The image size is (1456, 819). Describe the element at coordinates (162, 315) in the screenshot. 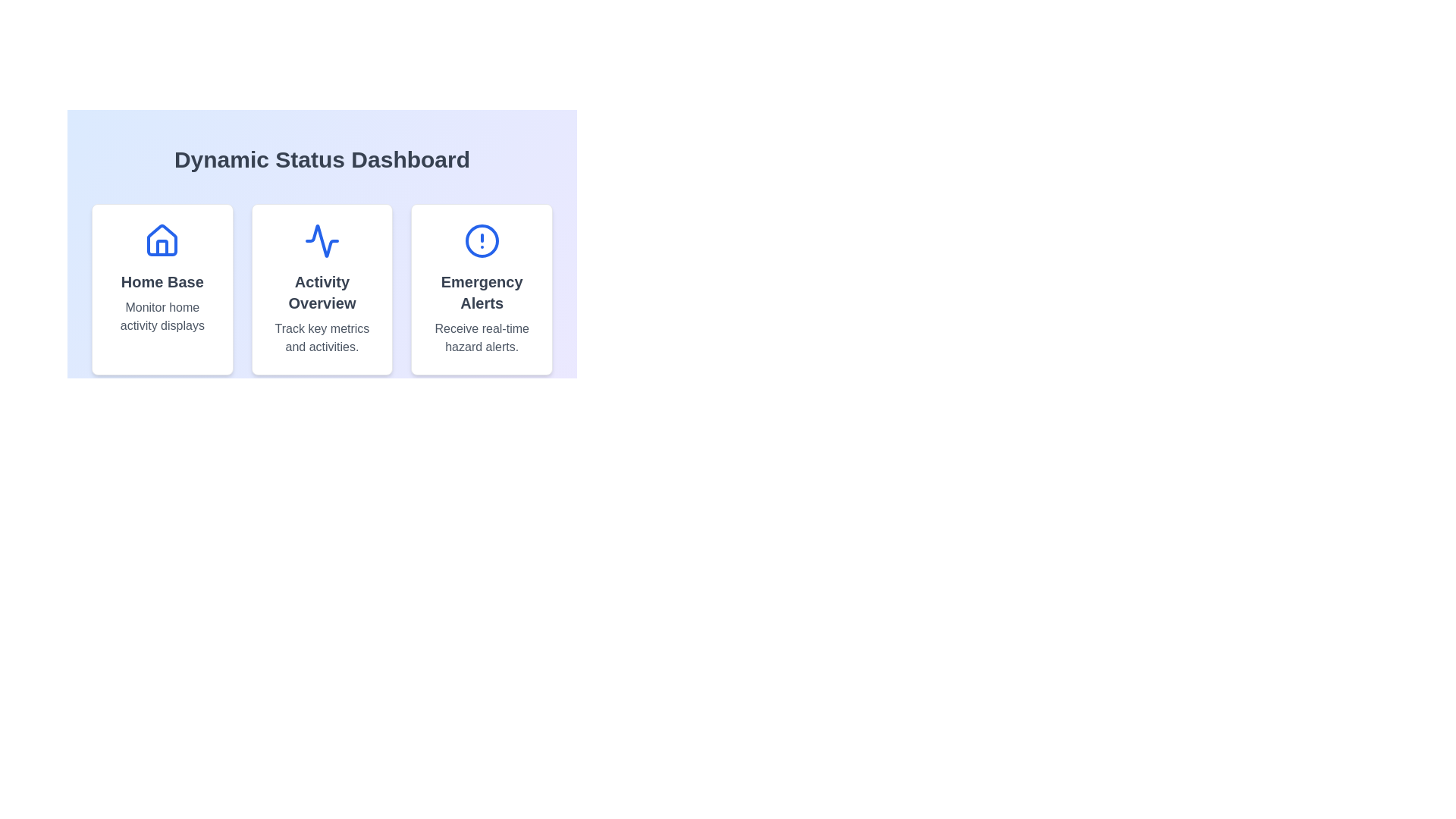

I see `text label displaying 'Monitor home activity displays', which is styled in gray and positioned below the 'Home Base' title within the 'Dynamic Status Dashboard'` at that location.